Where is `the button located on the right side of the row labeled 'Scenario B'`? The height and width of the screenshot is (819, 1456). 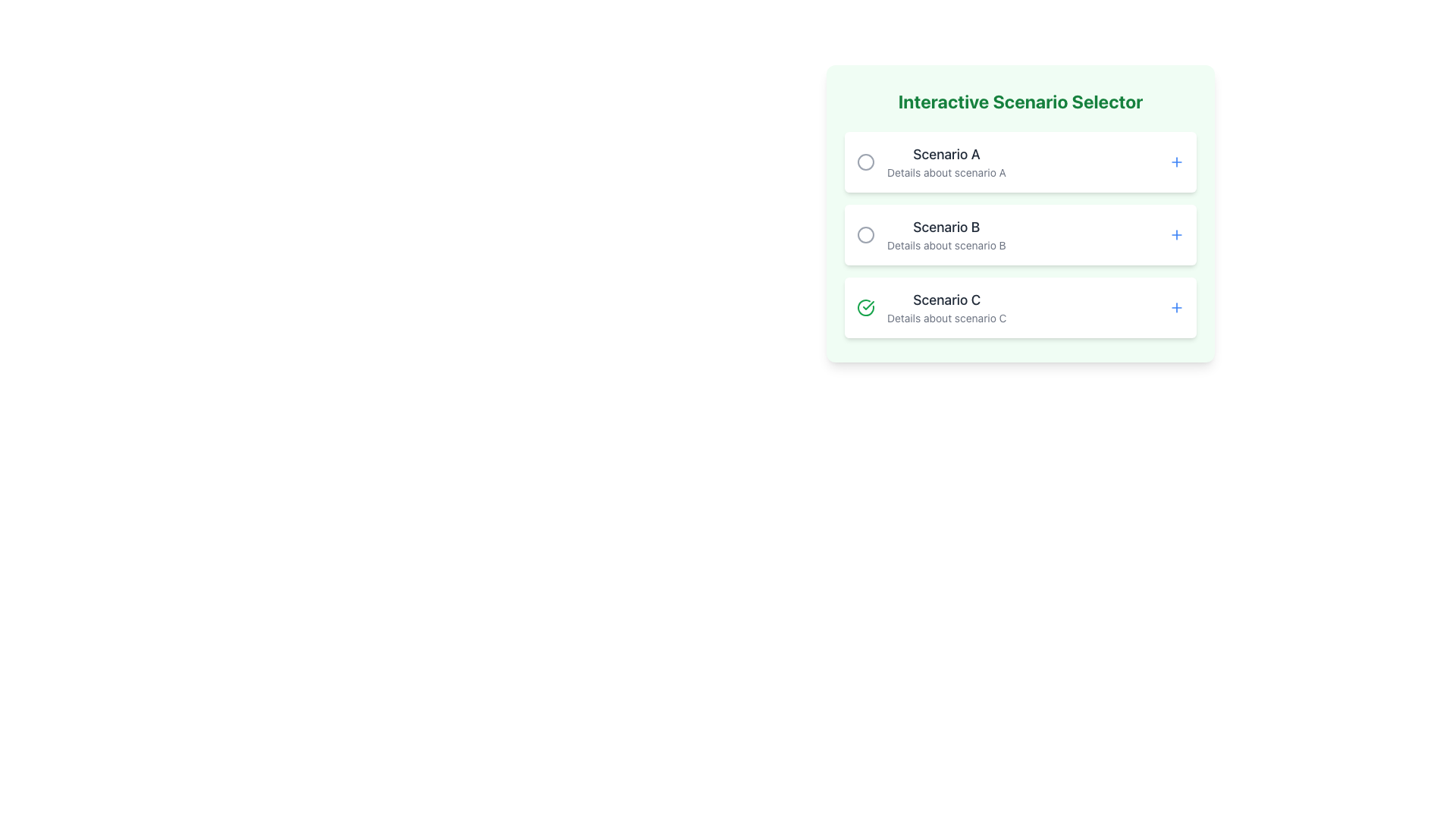 the button located on the right side of the row labeled 'Scenario B' is located at coordinates (1175, 234).